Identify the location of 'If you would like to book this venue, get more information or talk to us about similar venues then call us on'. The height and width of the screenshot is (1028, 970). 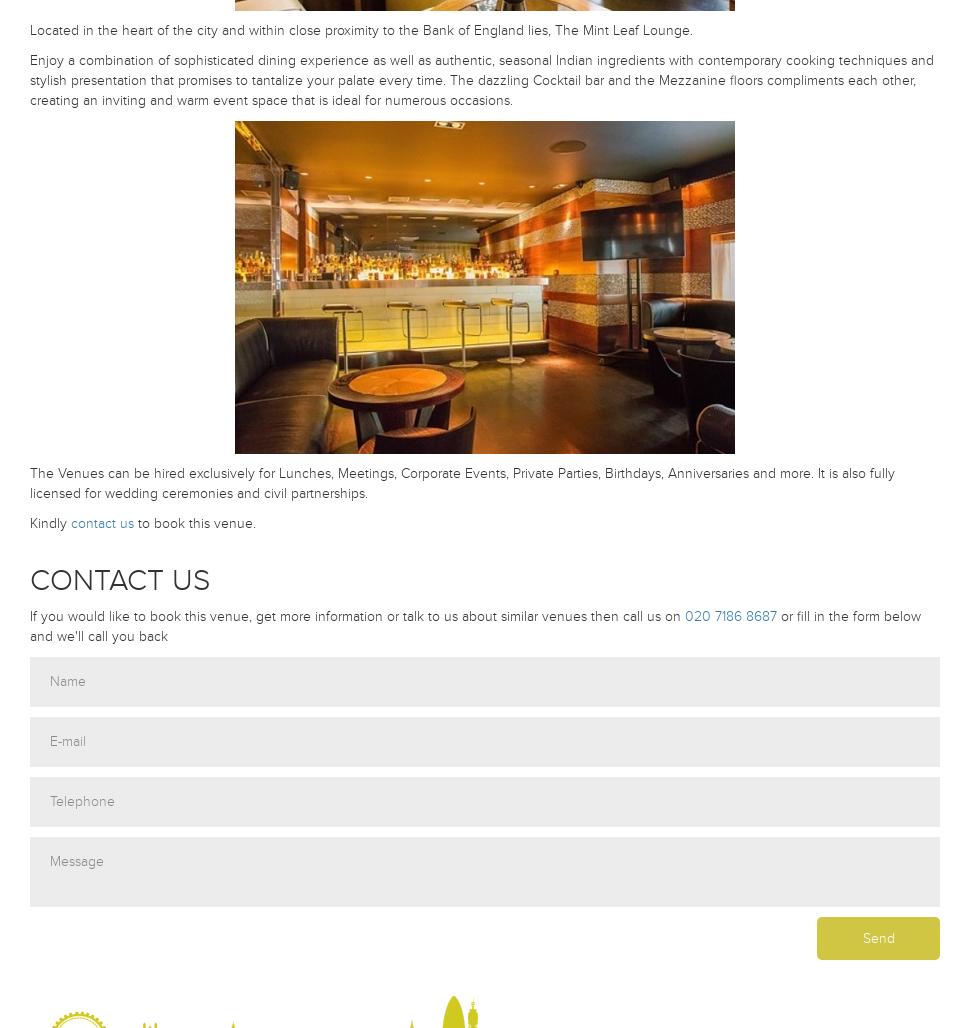
(356, 615).